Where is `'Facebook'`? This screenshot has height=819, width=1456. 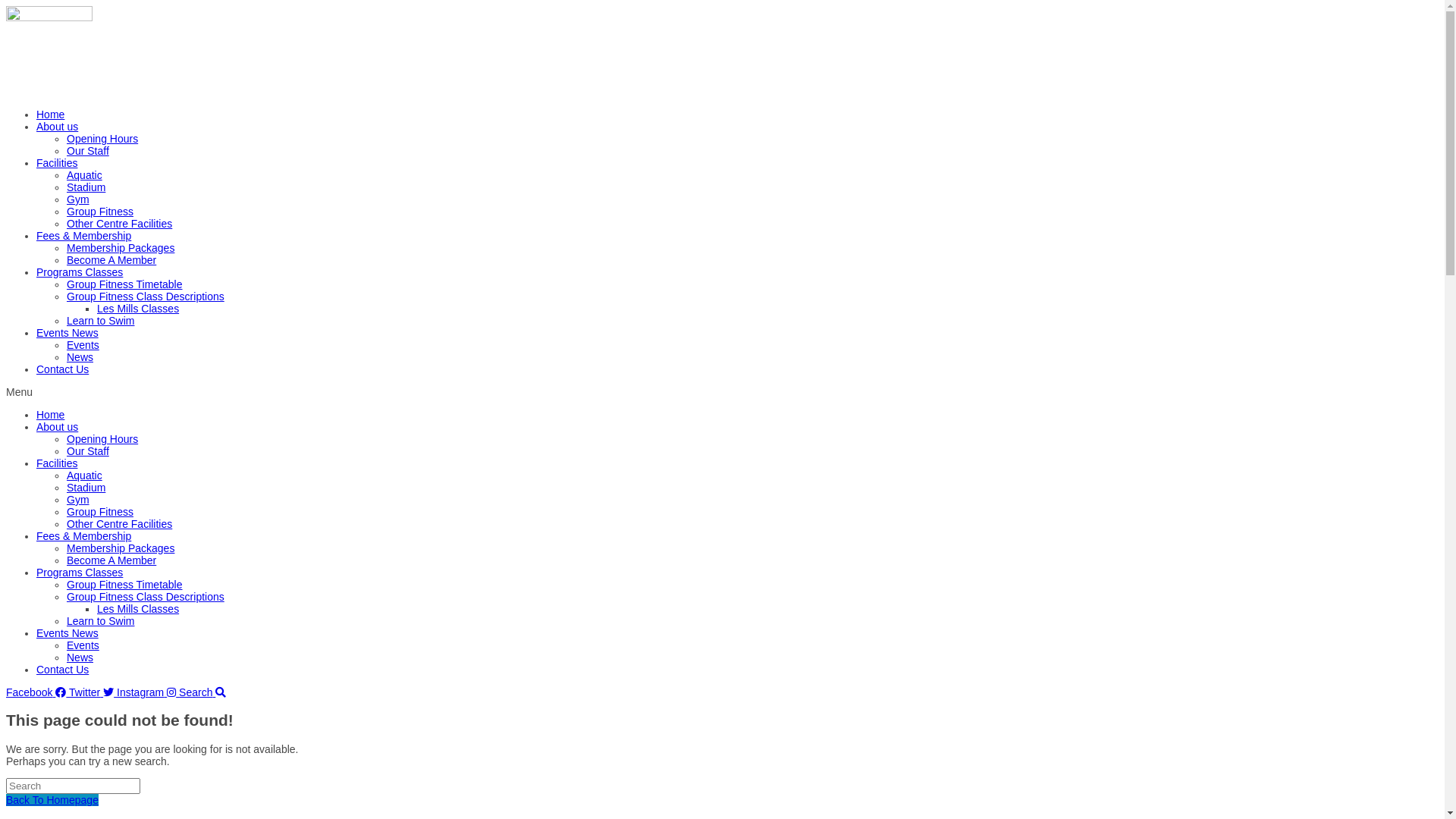
'Facebook' is located at coordinates (37, 692).